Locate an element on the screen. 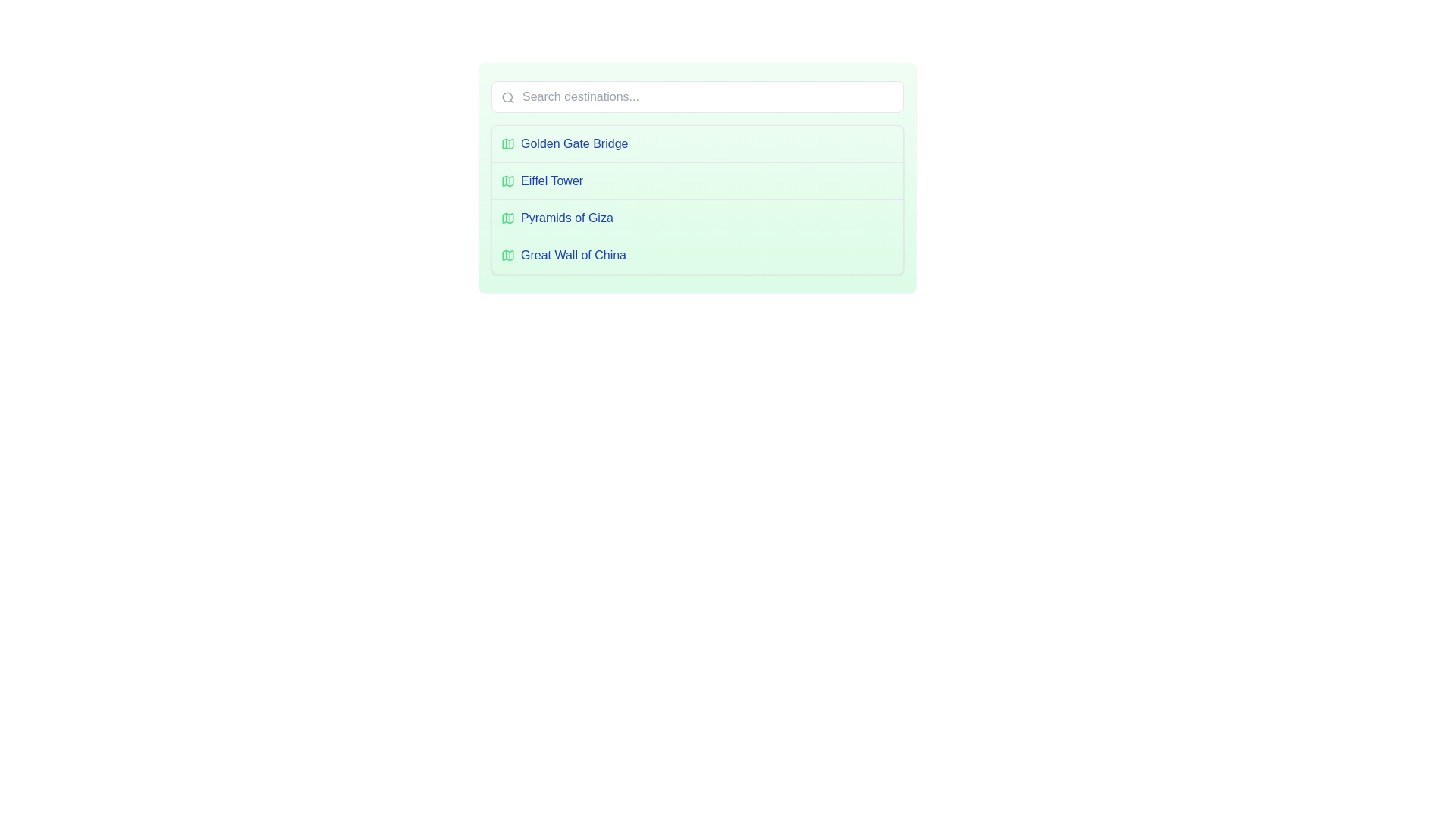 The height and width of the screenshot is (819, 1456). the search icon located to the left of the search input field in the search bar at the top of the list interface is located at coordinates (508, 97).